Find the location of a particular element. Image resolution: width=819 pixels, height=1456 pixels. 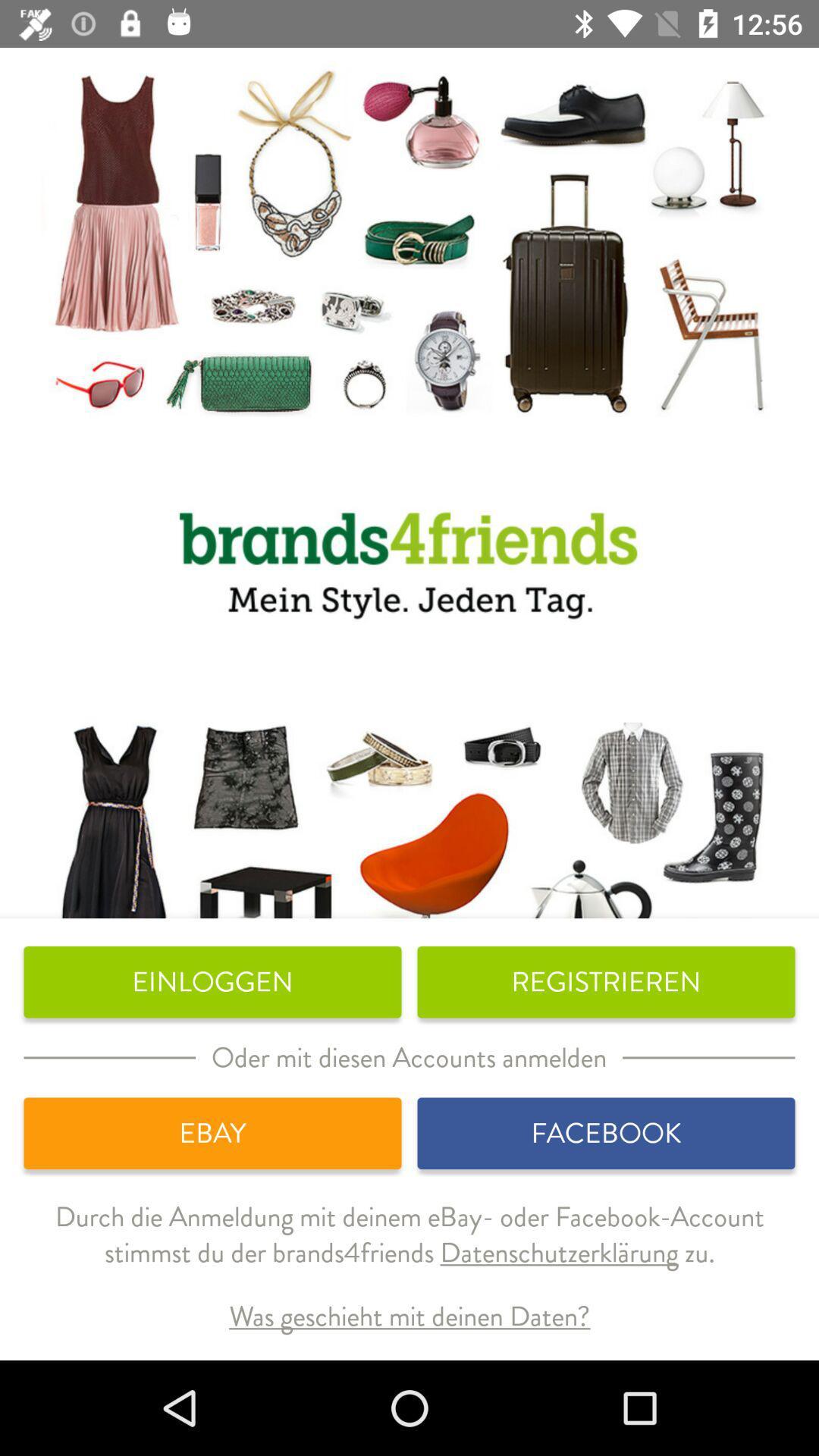

icon below ebay is located at coordinates (409, 1247).